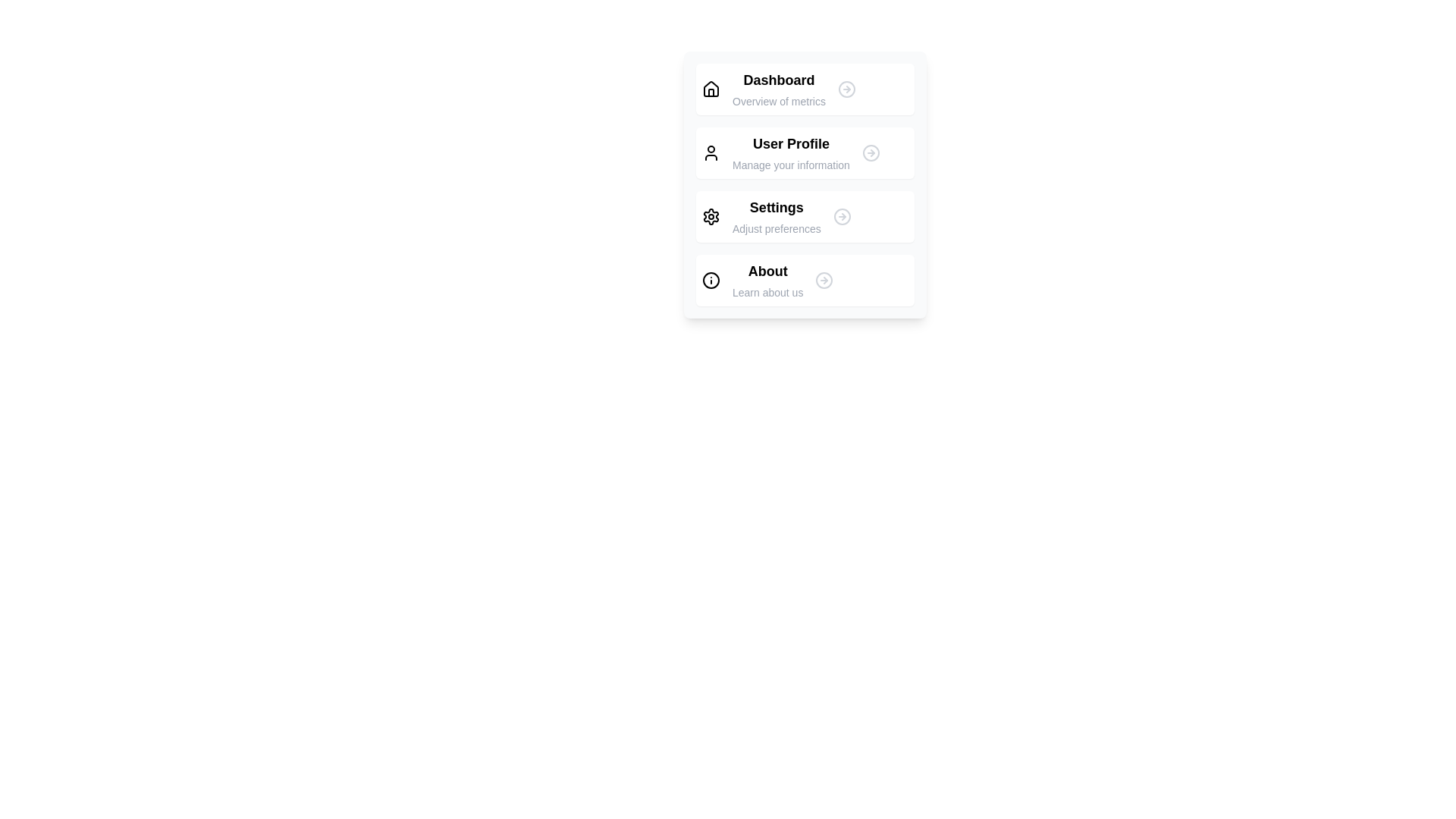 This screenshot has width=1456, height=819. What do you see at coordinates (710, 89) in the screenshot?
I see `the 'Dashboard' icon, which is the leftmost item in the first row of the list, adjacent to the text 'Dashboard'` at bounding box center [710, 89].